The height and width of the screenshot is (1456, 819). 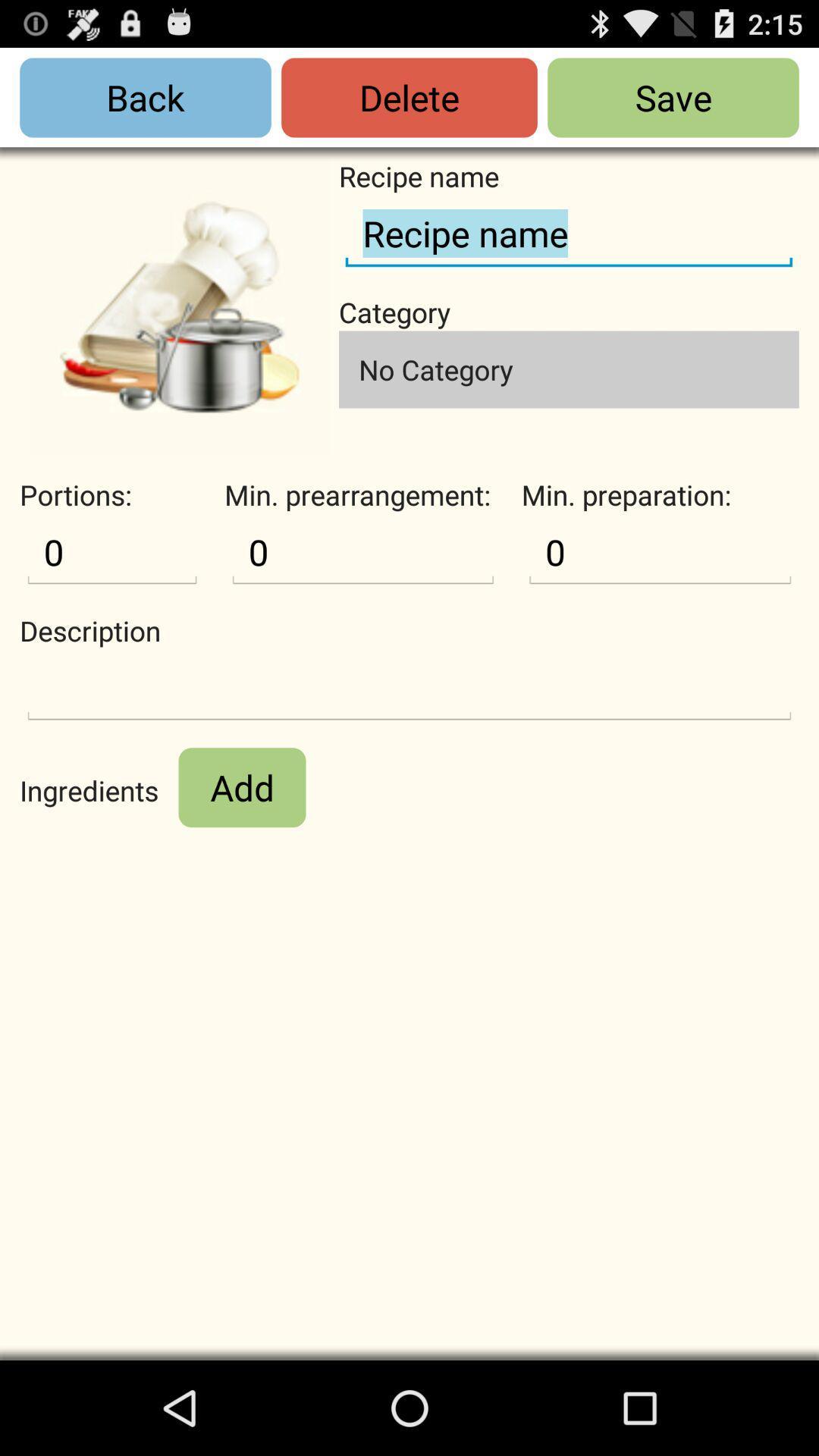 I want to click on description input field, so click(x=409, y=688).